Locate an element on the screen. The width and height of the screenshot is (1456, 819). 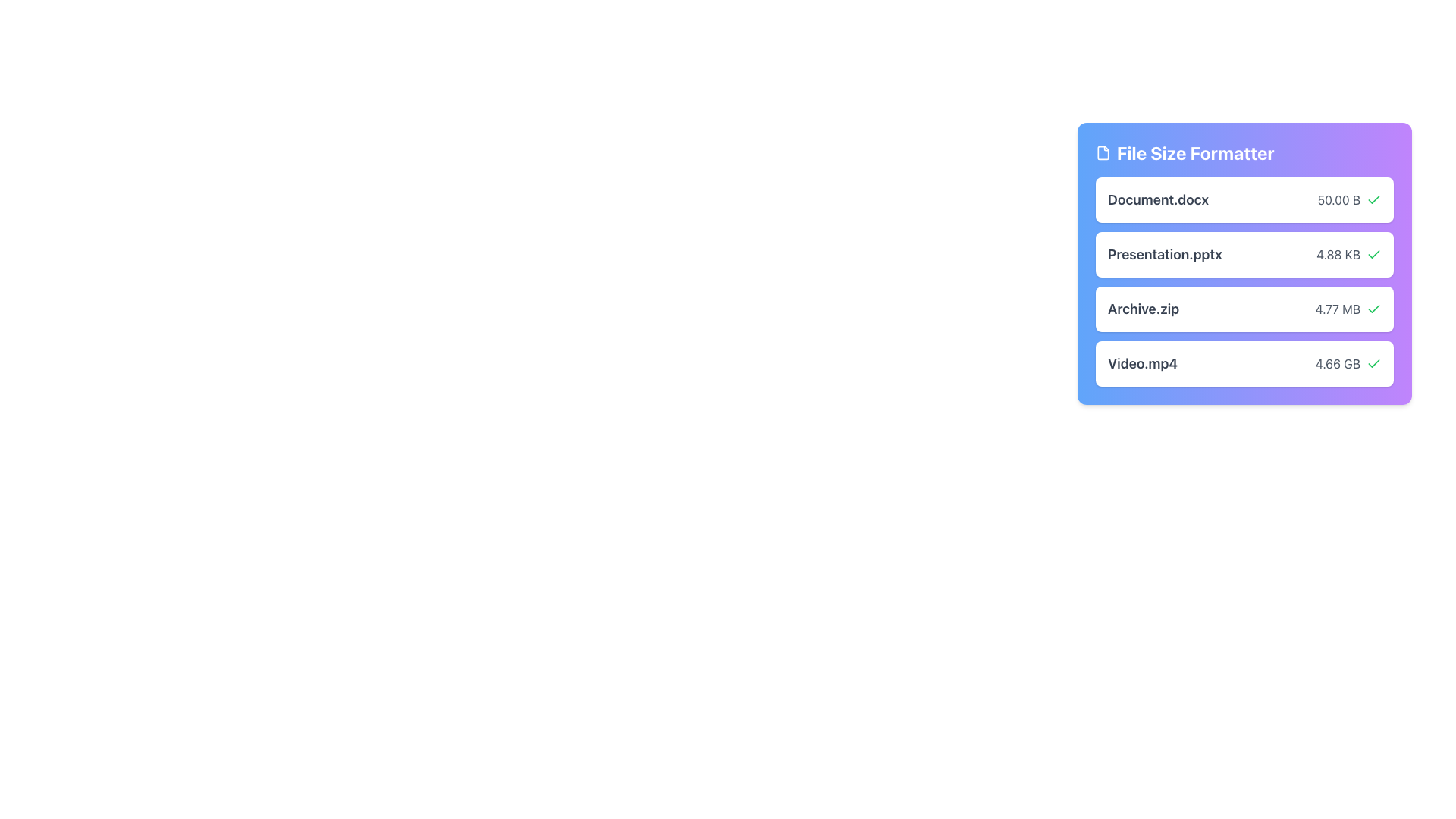
the SVG icon with a rectangular file design located to the left of the 'File Size Formatter' text is located at coordinates (1103, 152).